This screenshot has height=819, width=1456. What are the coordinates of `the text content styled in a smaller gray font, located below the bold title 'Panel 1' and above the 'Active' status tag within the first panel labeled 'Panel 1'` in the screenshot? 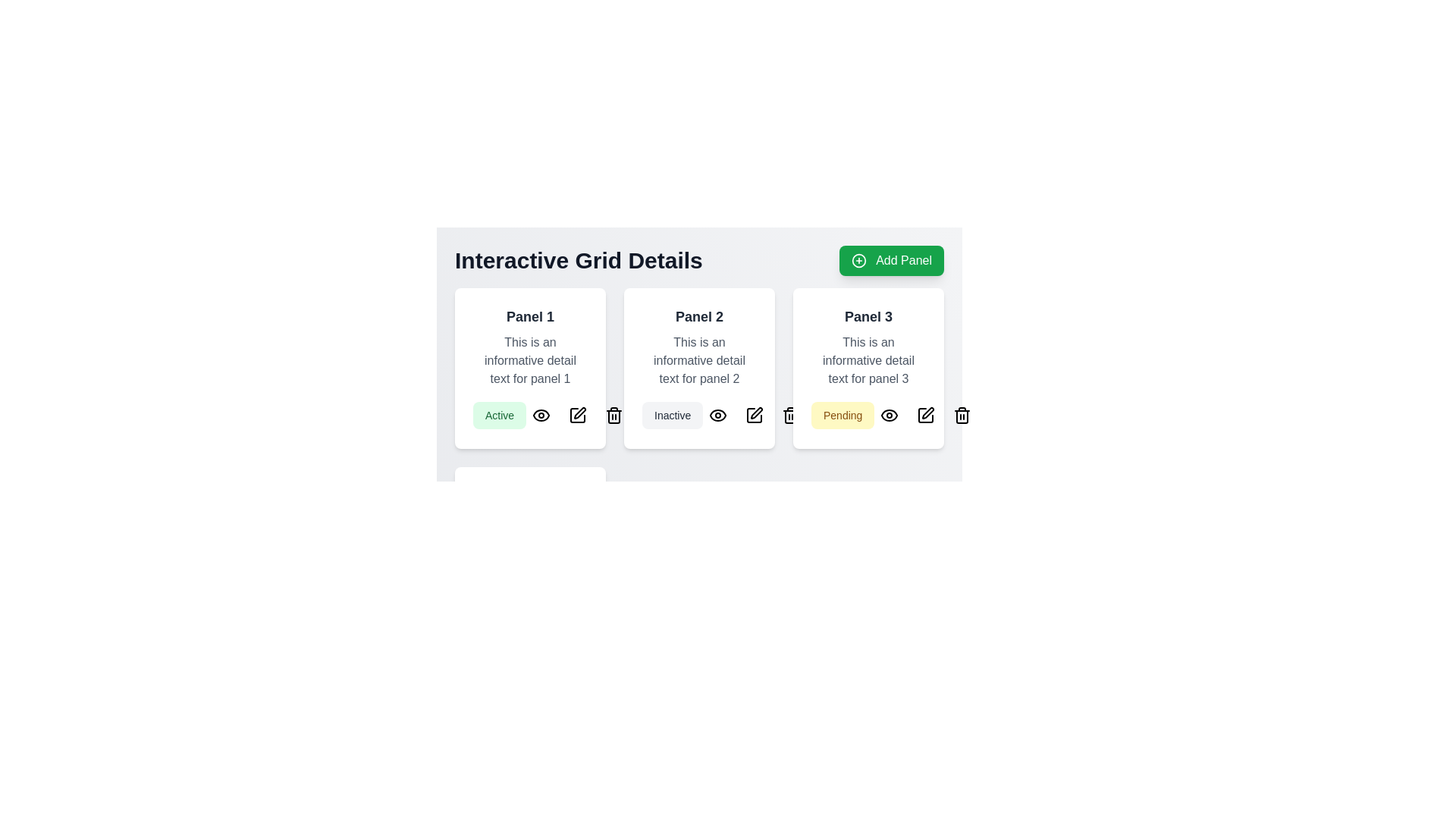 It's located at (530, 360).